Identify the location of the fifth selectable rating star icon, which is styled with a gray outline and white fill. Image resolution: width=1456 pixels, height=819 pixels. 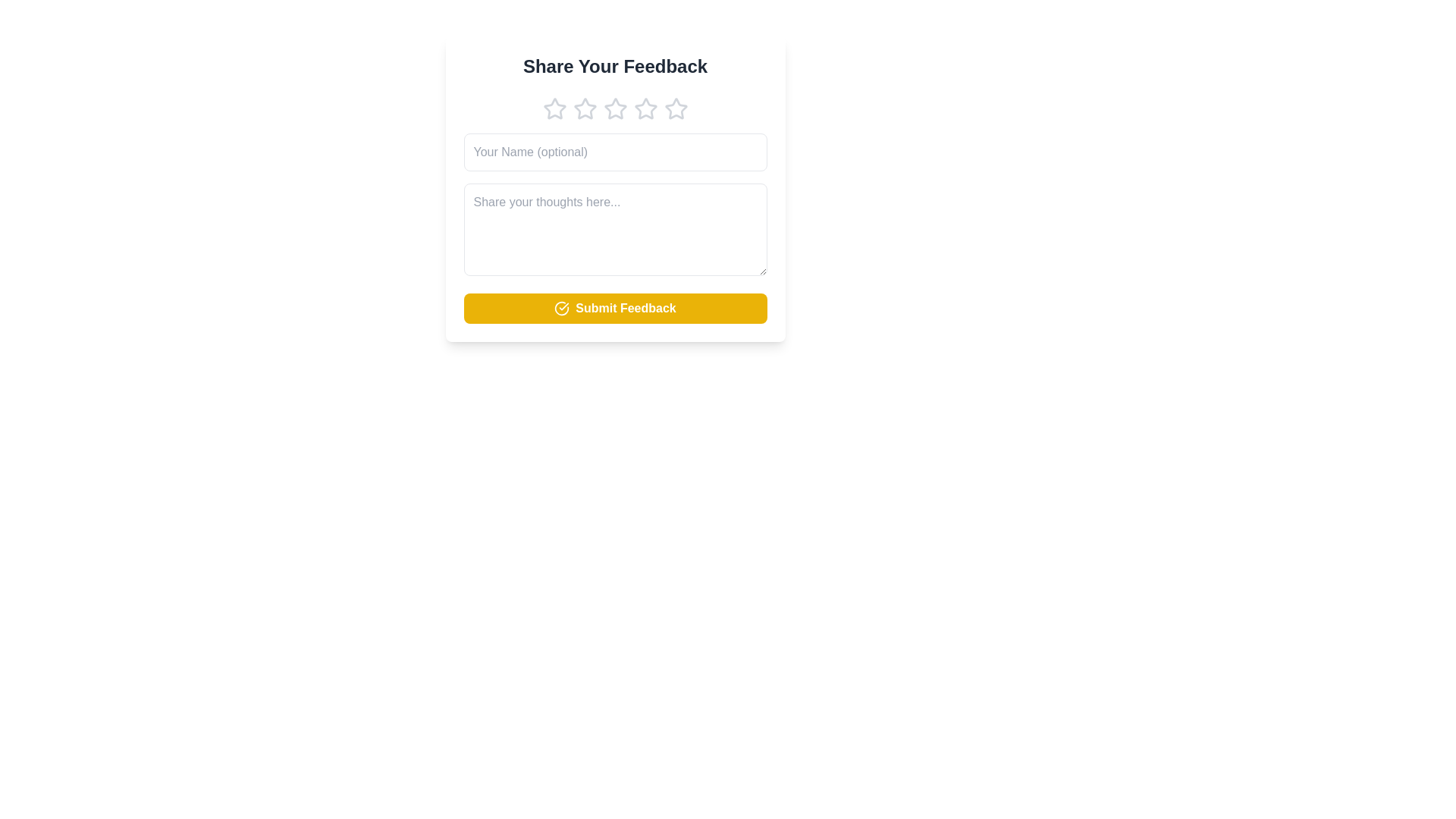
(675, 108).